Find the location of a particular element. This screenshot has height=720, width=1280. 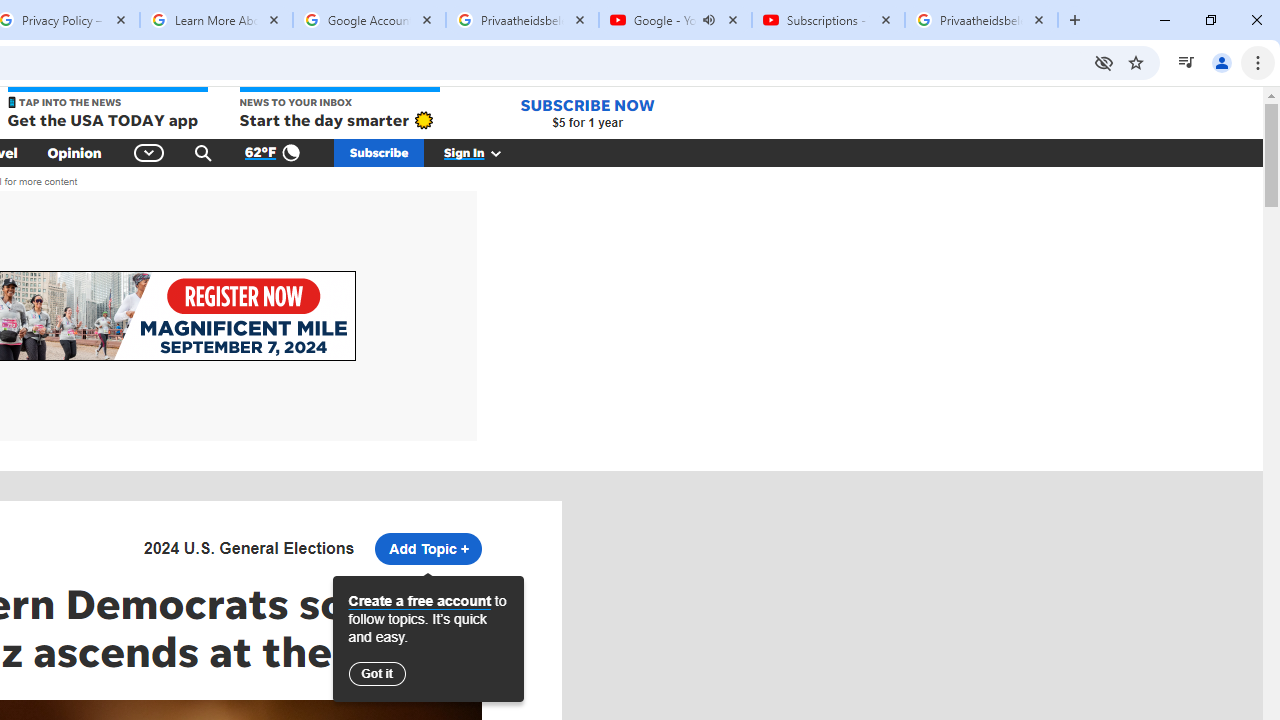

'Third-party cookies blocked' is located at coordinates (1103, 61).